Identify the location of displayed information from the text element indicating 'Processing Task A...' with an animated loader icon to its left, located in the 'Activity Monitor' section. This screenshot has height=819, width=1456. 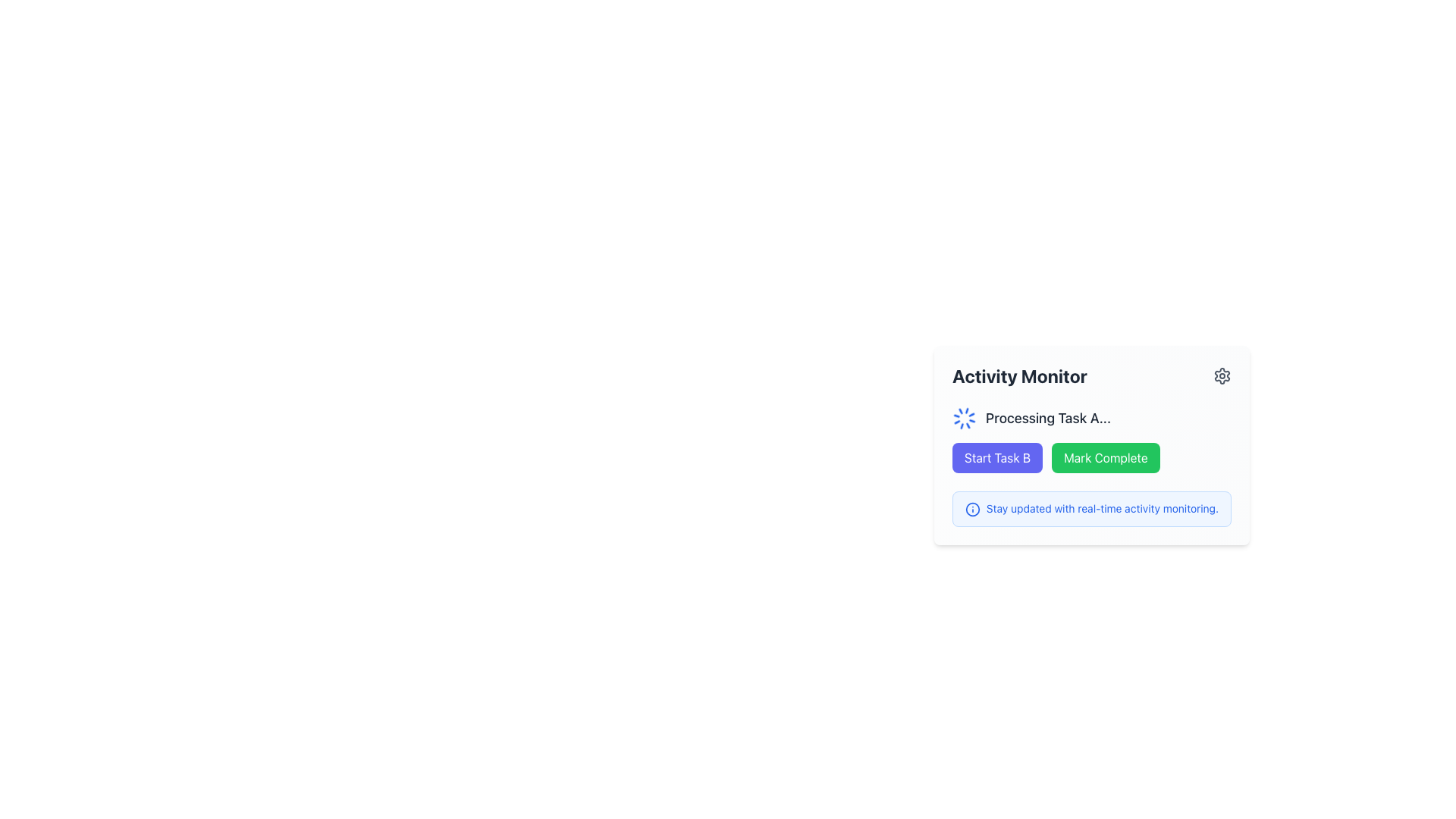
(1092, 418).